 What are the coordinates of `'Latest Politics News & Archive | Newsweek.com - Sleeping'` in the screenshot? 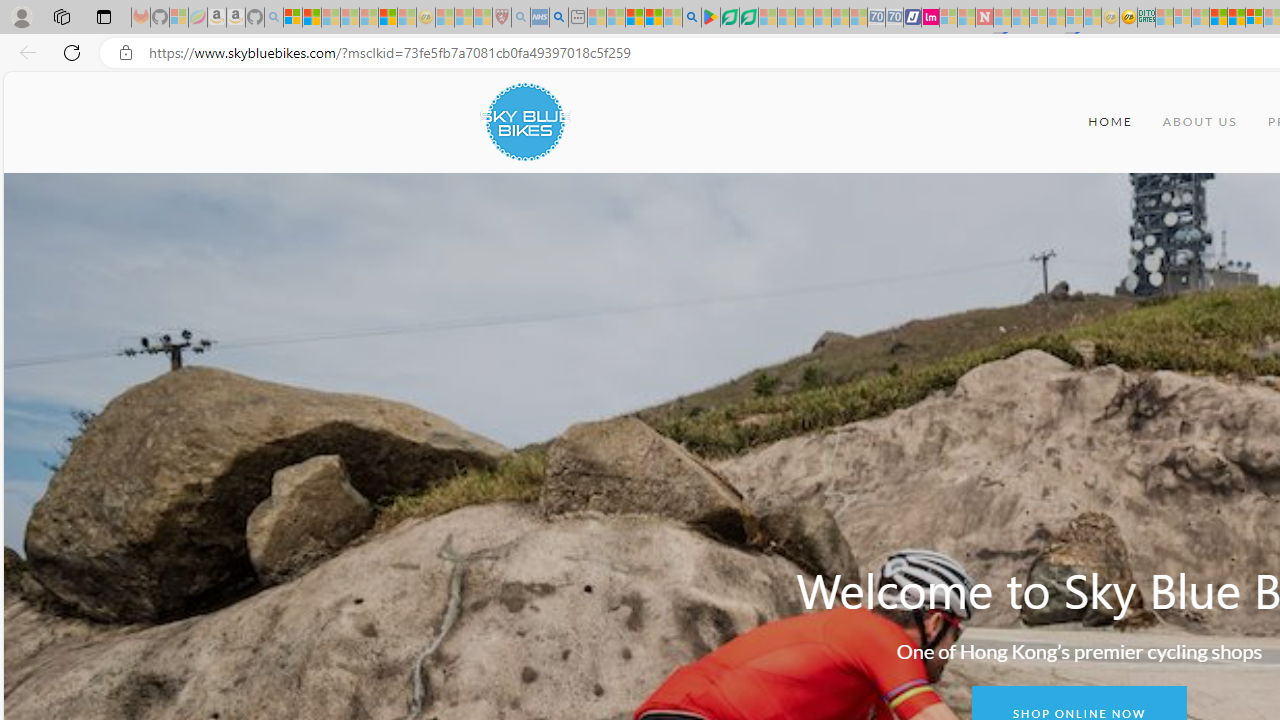 It's located at (984, 17).